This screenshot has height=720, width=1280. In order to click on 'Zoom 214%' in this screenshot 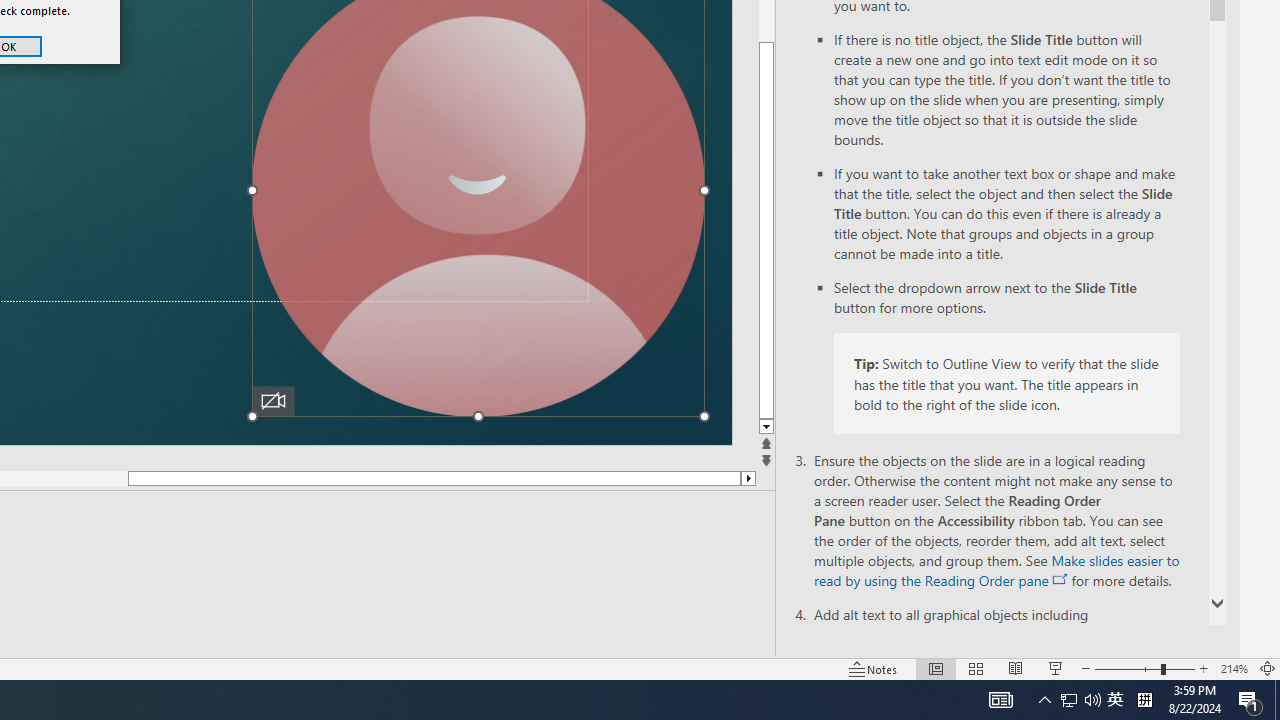, I will do `click(1233, 669)`.